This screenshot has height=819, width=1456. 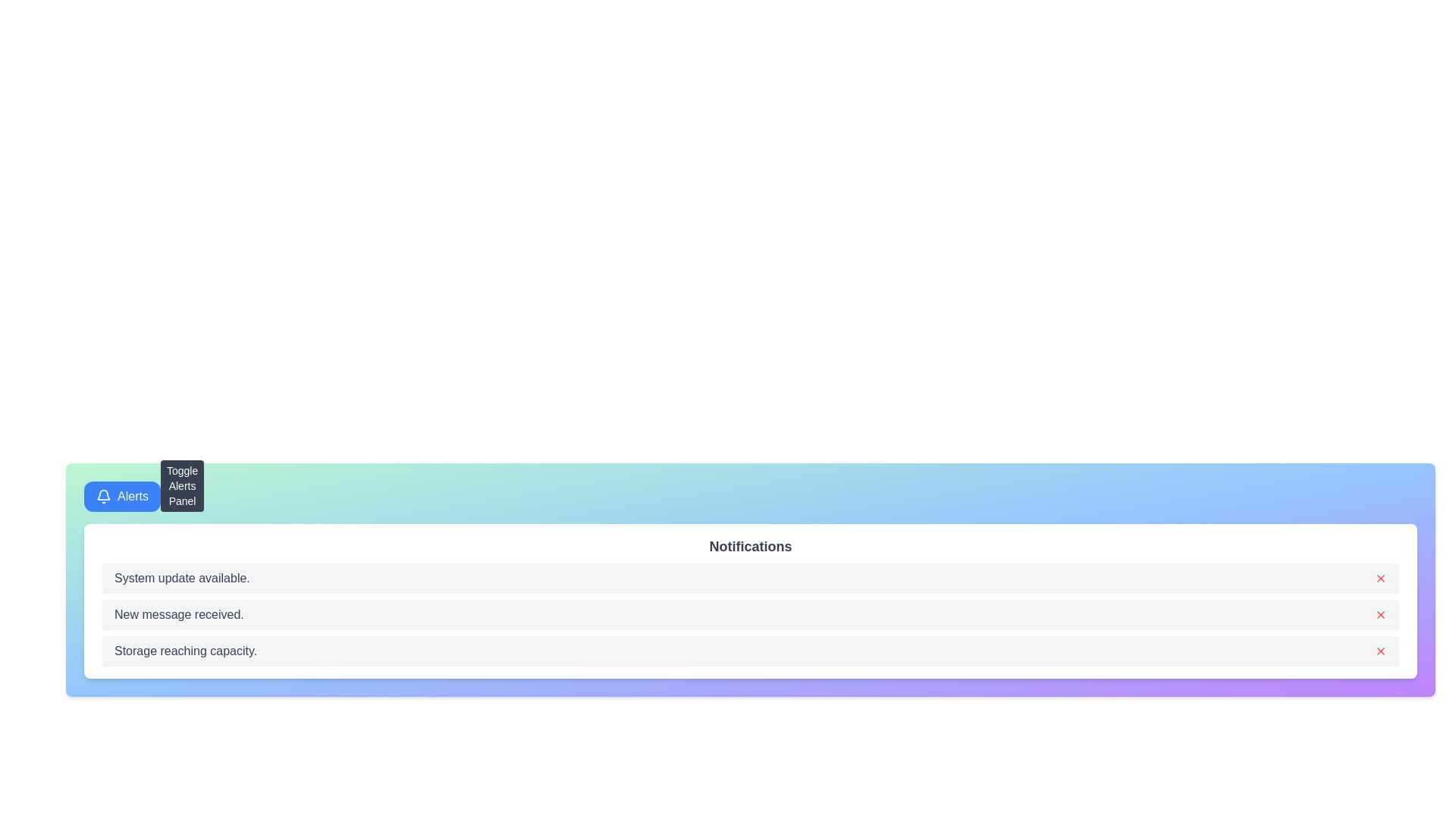 I want to click on the blue bell icon labeled 'Alerts', so click(x=103, y=497).